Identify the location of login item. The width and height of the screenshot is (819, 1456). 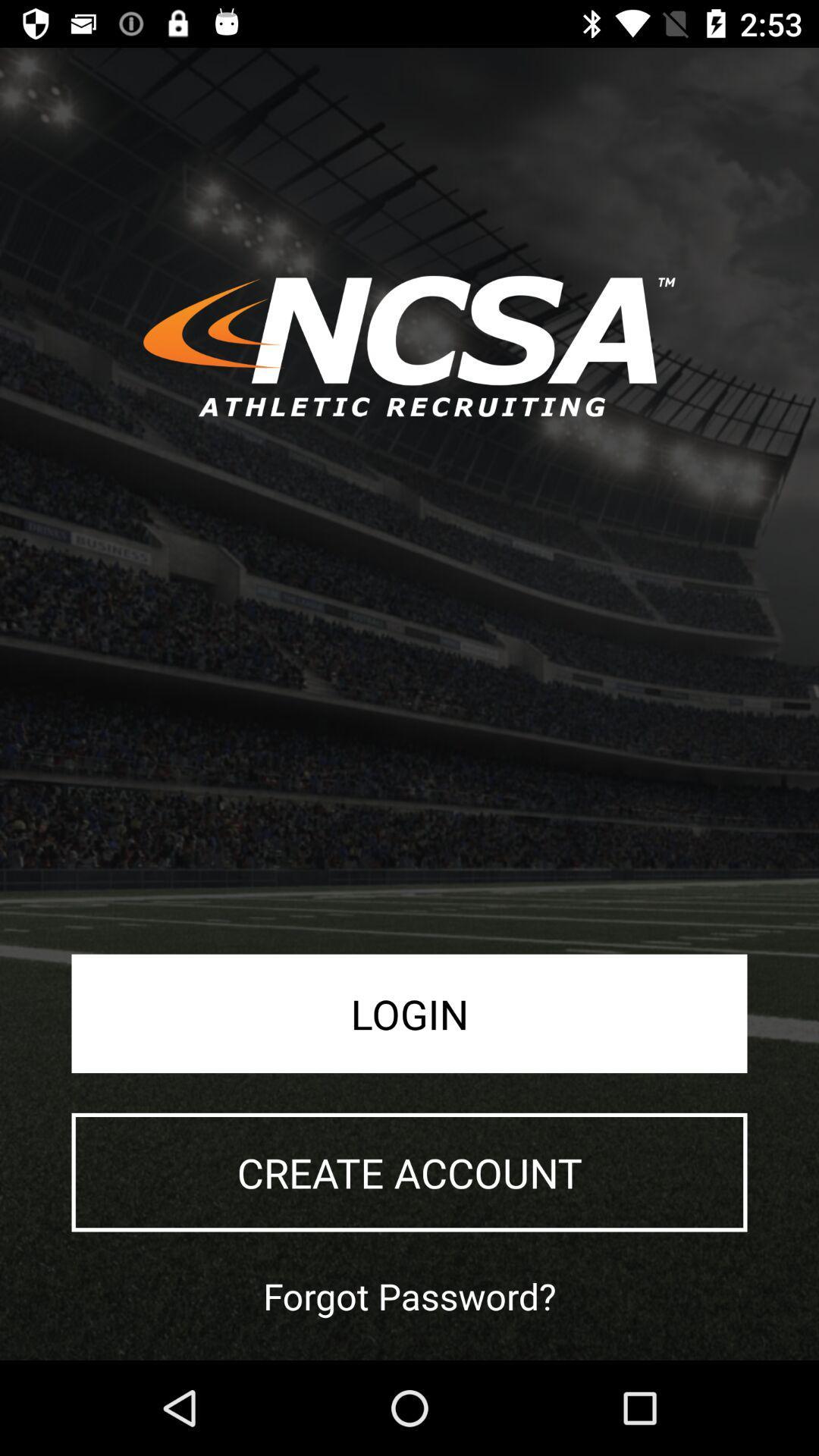
(409, 1013).